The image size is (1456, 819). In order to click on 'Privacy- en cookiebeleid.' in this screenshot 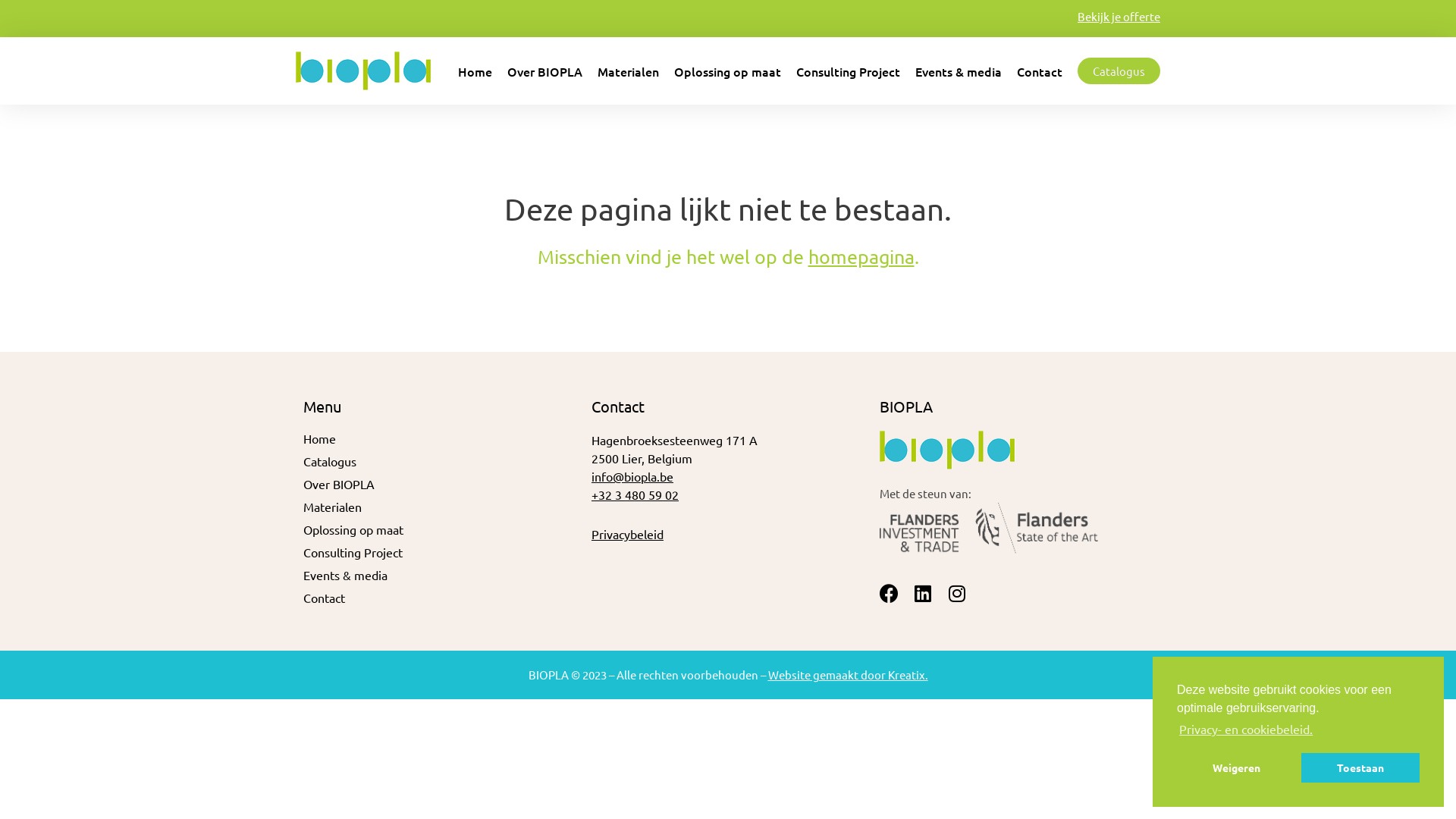, I will do `click(1245, 727)`.